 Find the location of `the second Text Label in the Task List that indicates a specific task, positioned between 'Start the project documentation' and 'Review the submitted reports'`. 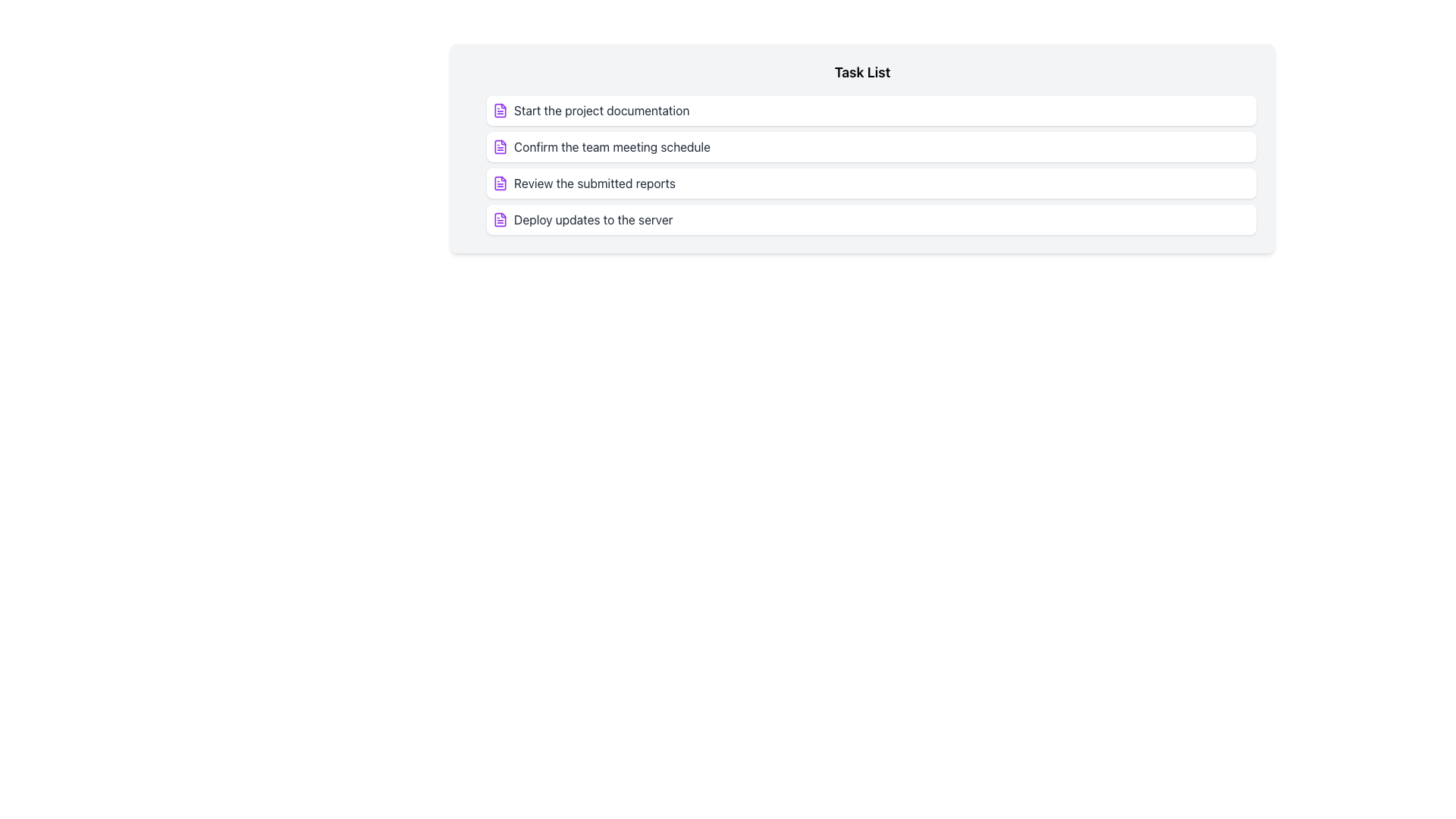

the second Text Label in the Task List that indicates a specific task, positioned between 'Start the project documentation' and 'Review the submitted reports' is located at coordinates (612, 146).